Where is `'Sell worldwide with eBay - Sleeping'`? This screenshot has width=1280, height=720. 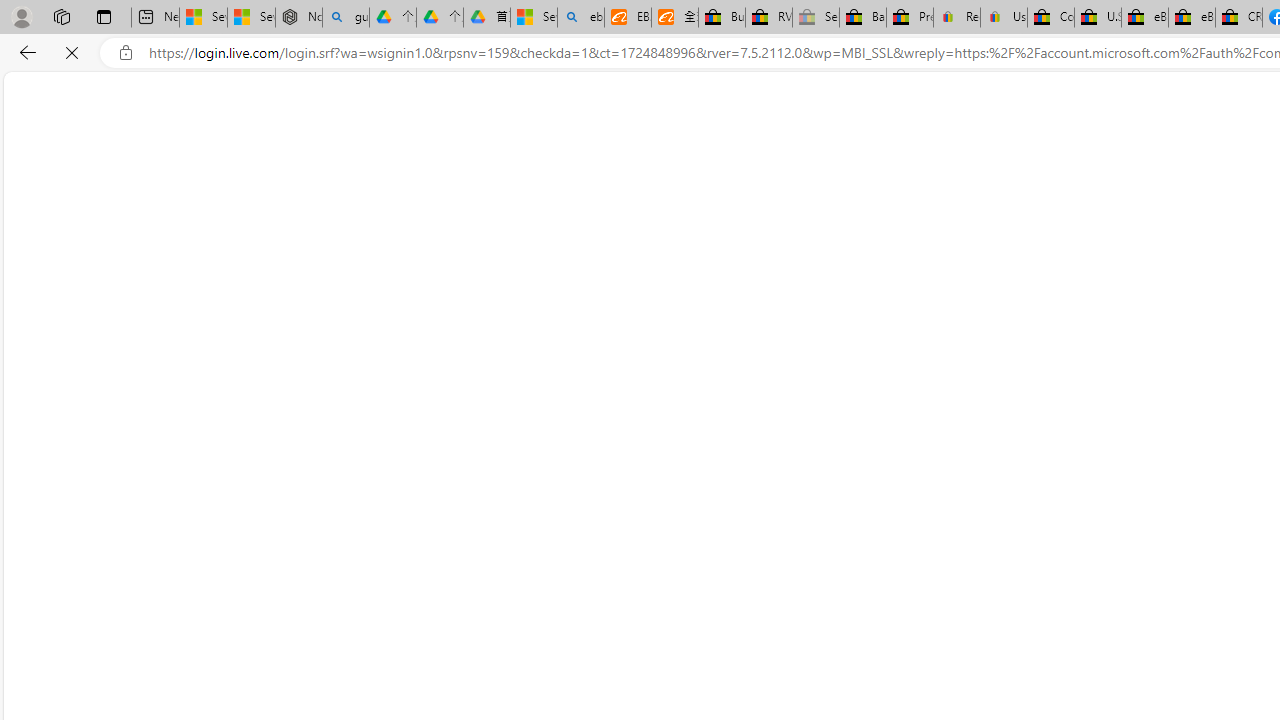 'Sell worldwide with eBay - Sleeping' is located at coordinates (815, 17).